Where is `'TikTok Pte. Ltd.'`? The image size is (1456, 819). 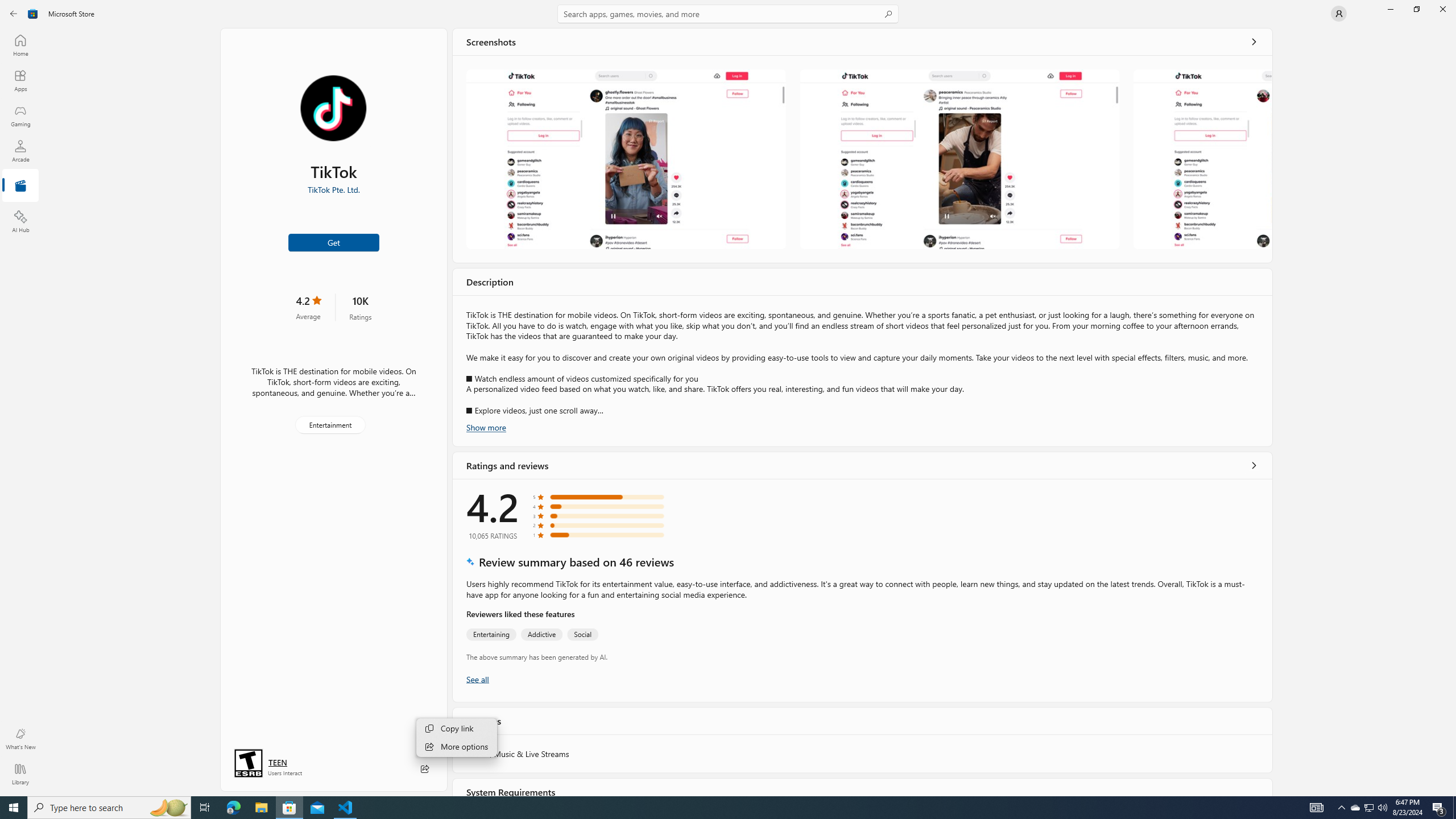
'TikTok Pte. Ltd.' is located at coordinates (333, 189).